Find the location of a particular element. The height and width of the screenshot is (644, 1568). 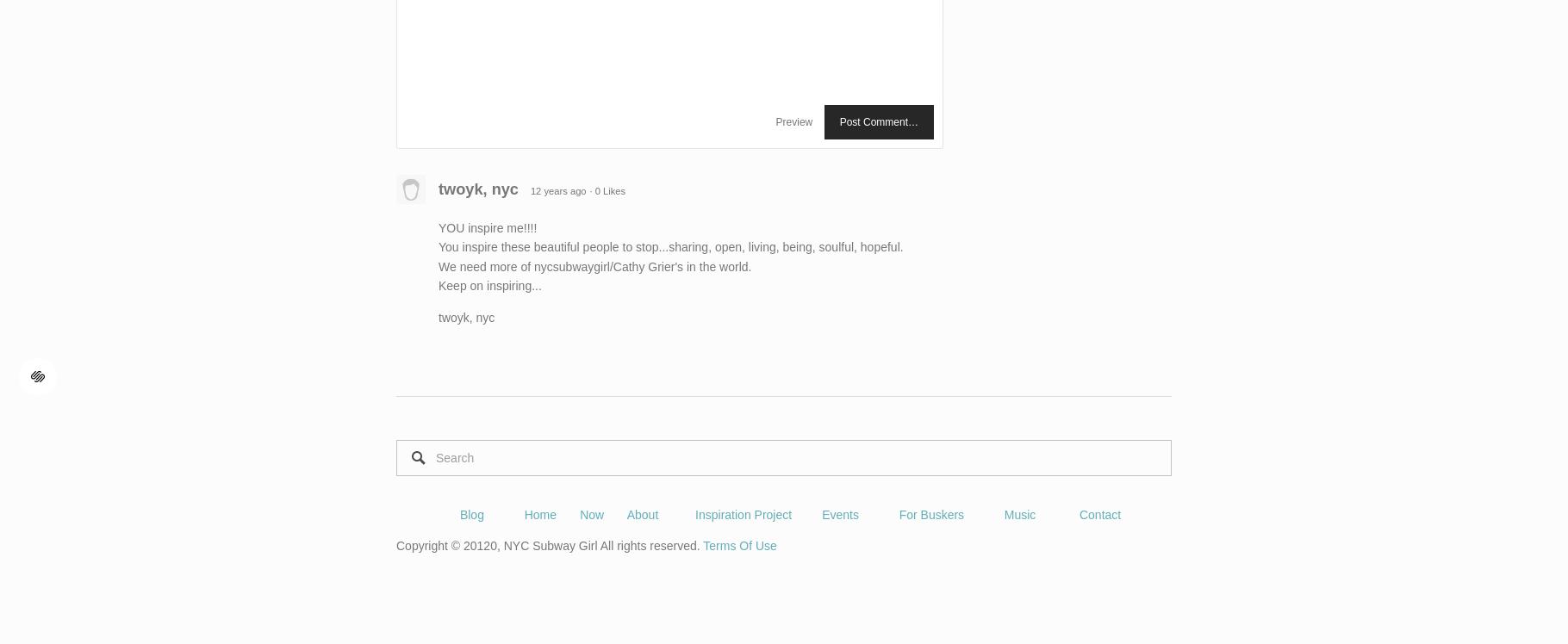

'Inspiration Project' is located at coordinates (744, 515).